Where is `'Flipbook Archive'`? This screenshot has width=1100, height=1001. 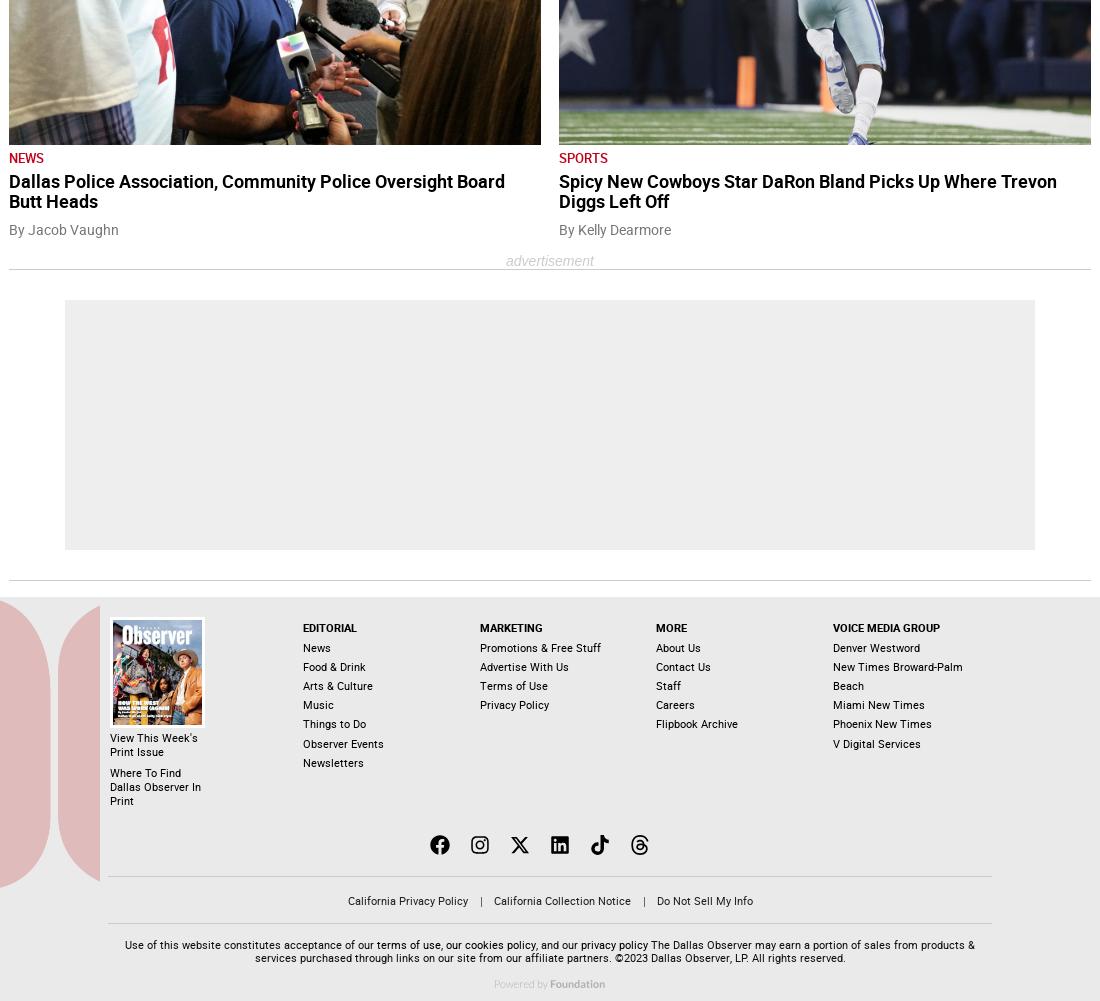 'Flipbook Archive' is located at coordinates (695, 724).